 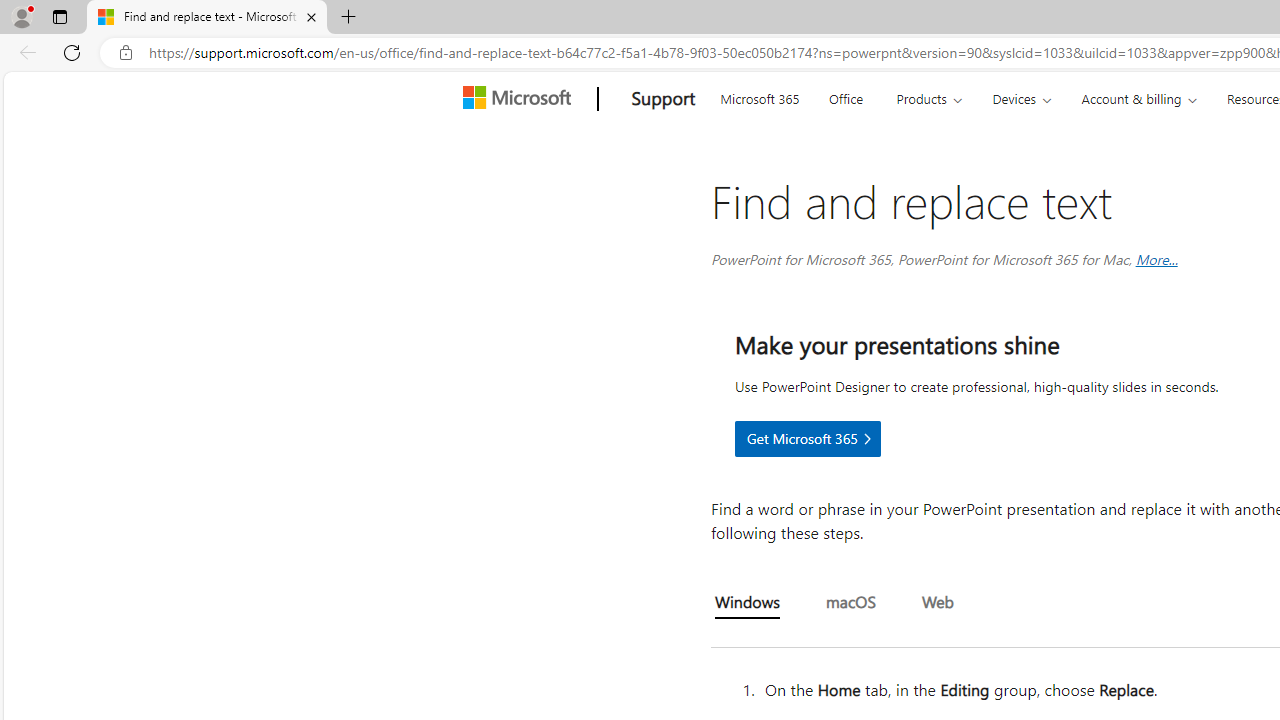 What do you see at coordinates (846, 96) in the screenshot?
I see `'Office'` at bounding box center [846, 96].